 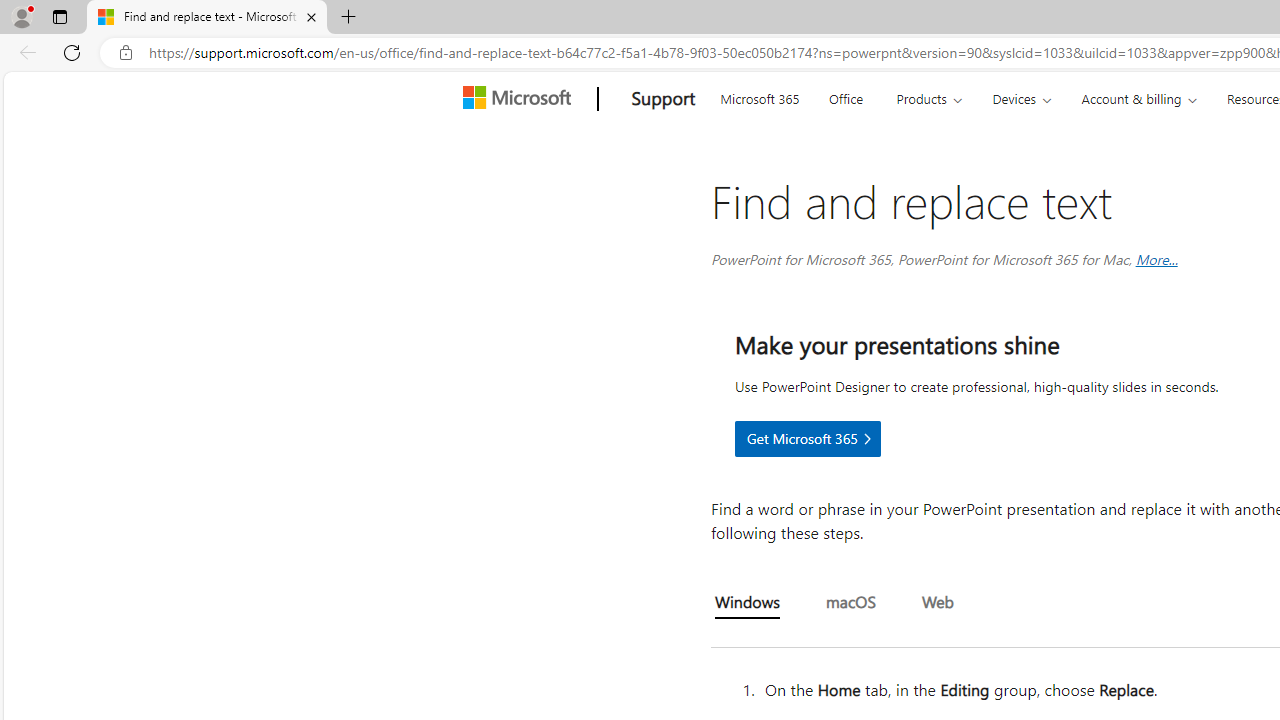 What do you see at coordinates (846, 96) in the screenshot?
I see `'Office'` at bounding box center [846, 96].